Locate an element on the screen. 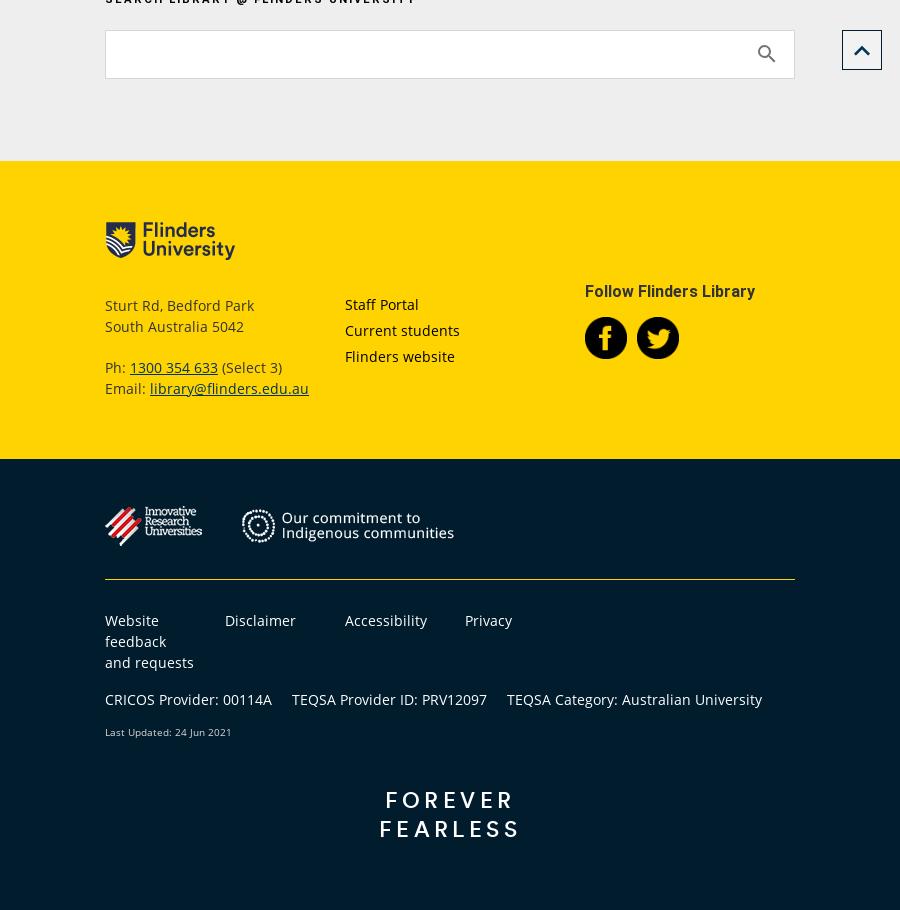  'Email:' is located at coordinates (127, 387).